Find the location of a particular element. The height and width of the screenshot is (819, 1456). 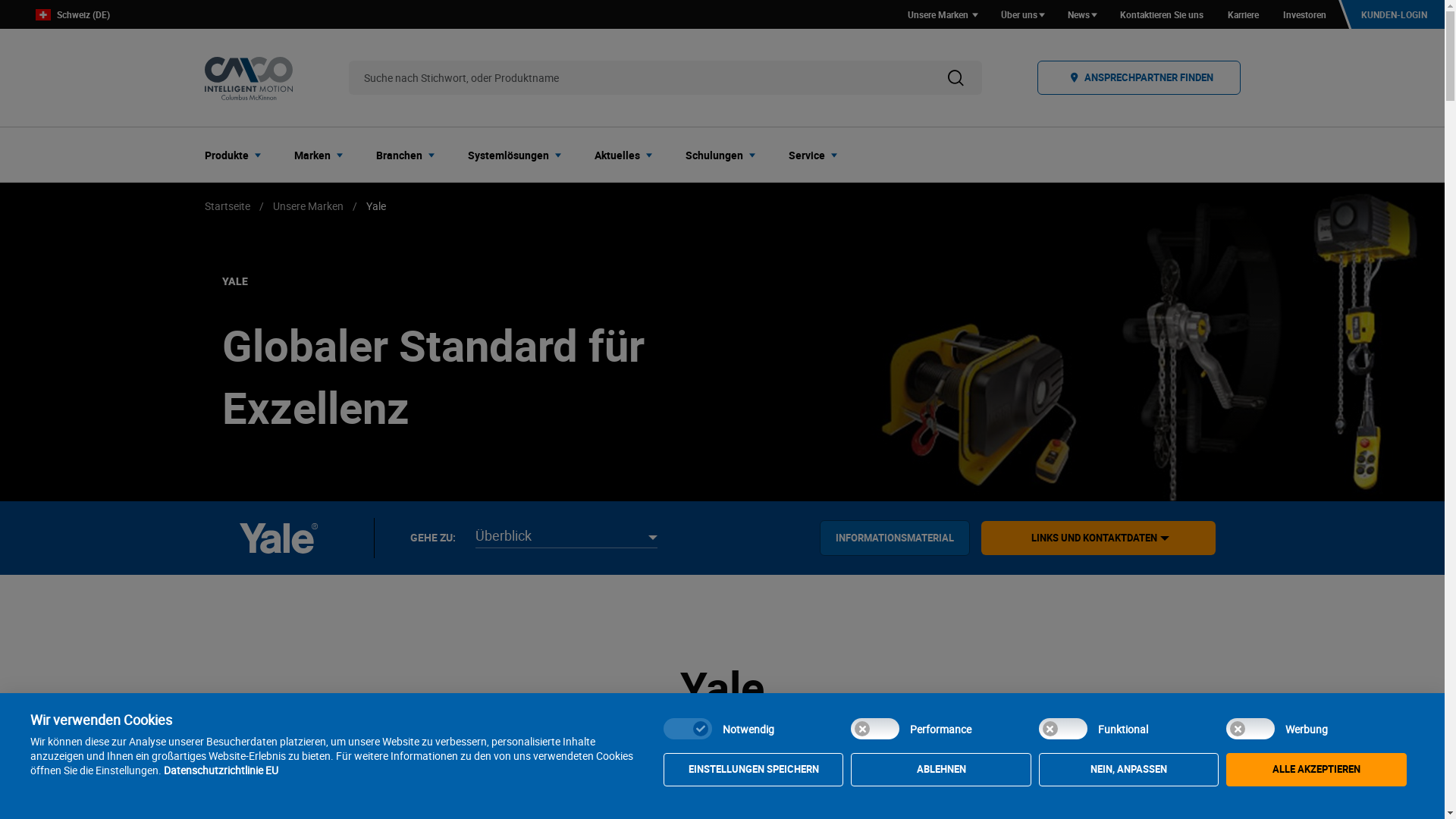

'Schulungen' is located at coordinates (723, 155).